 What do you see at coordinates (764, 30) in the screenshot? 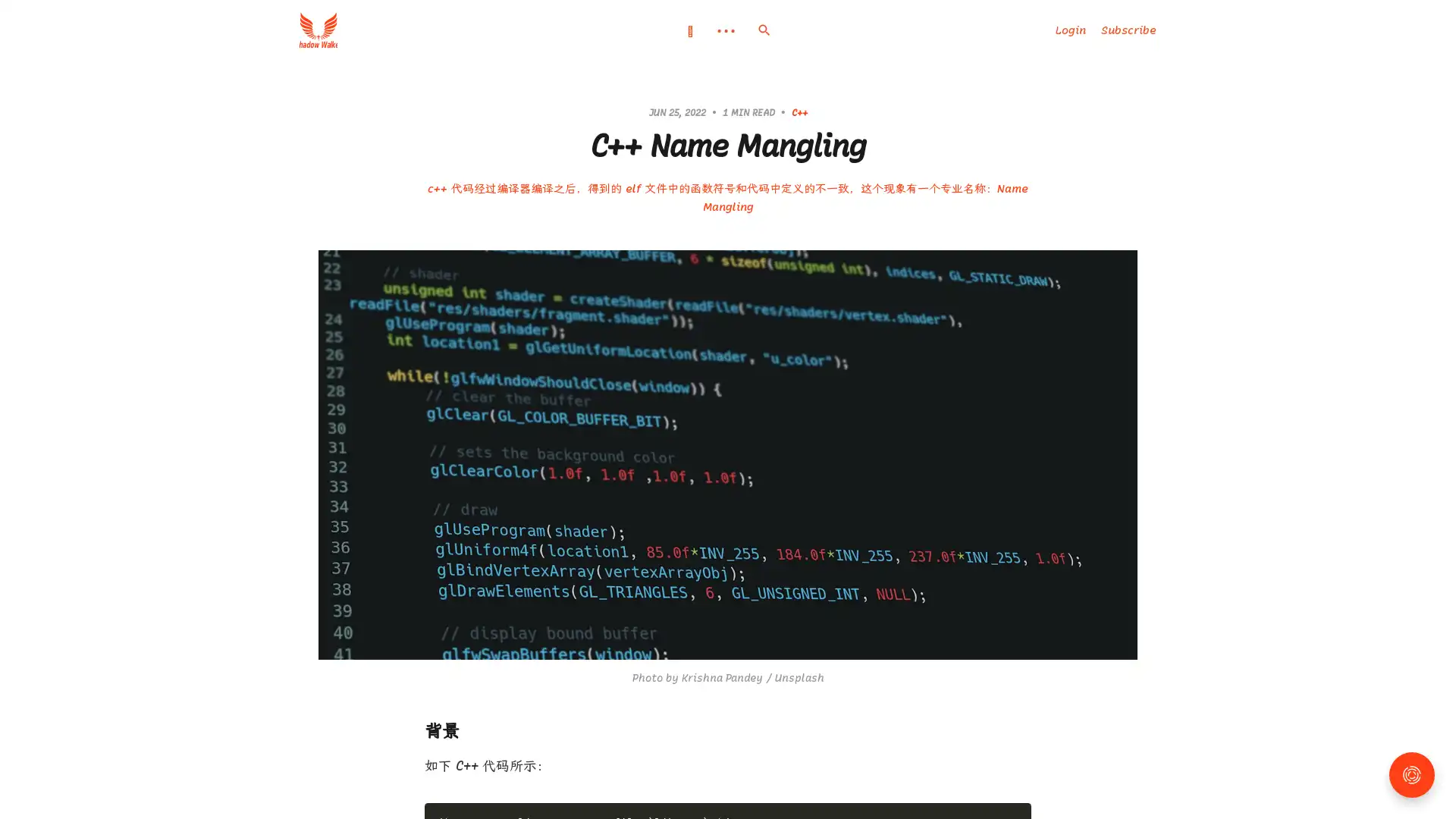
I see `Search` at bounding box center [764, 30].